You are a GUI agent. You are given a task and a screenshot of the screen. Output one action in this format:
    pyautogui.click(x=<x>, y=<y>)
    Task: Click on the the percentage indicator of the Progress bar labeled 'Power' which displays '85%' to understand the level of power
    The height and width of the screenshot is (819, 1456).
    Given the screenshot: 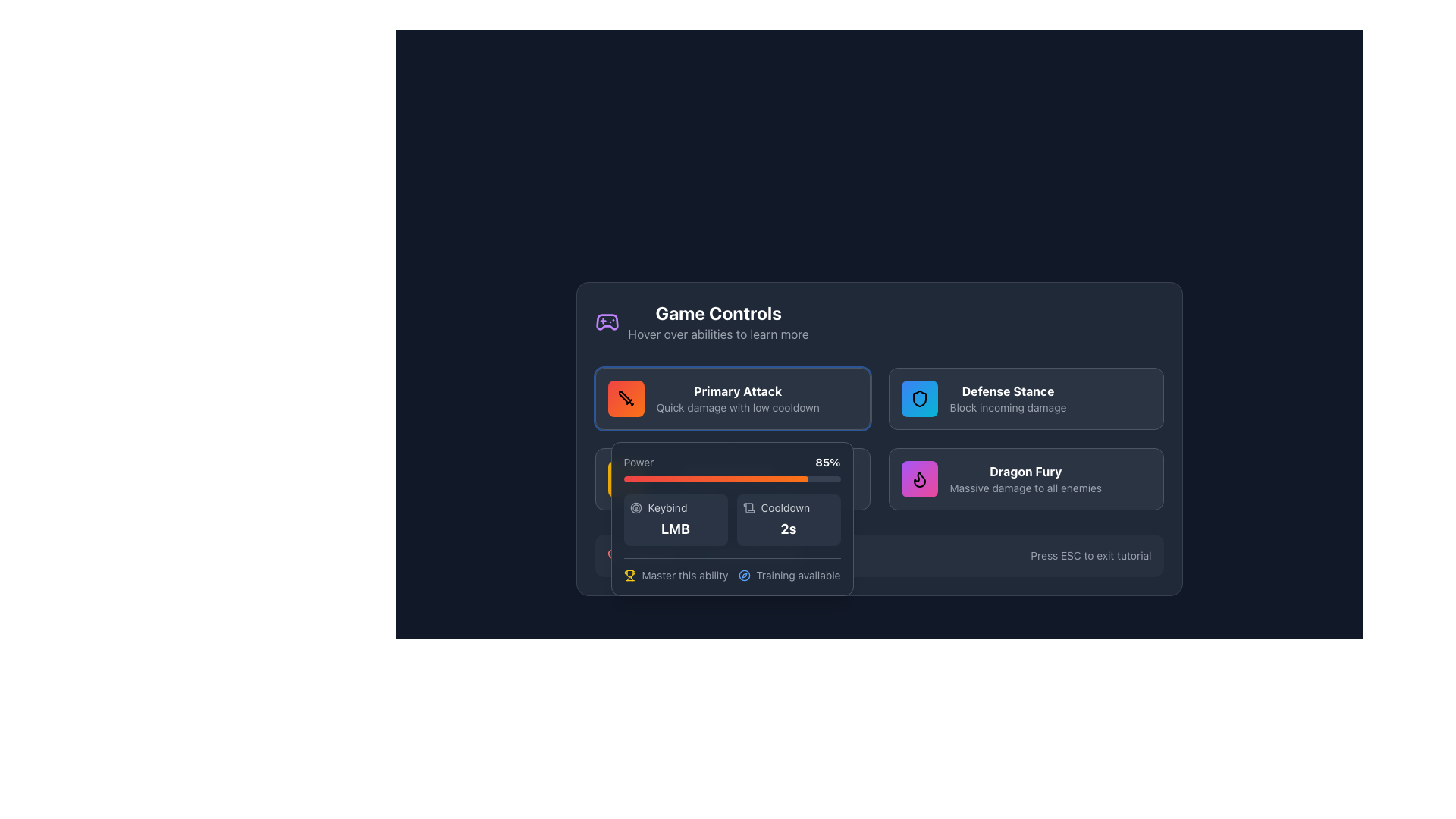 What is the action you would take?
    pyautogui.click(x=732, y=467)
    